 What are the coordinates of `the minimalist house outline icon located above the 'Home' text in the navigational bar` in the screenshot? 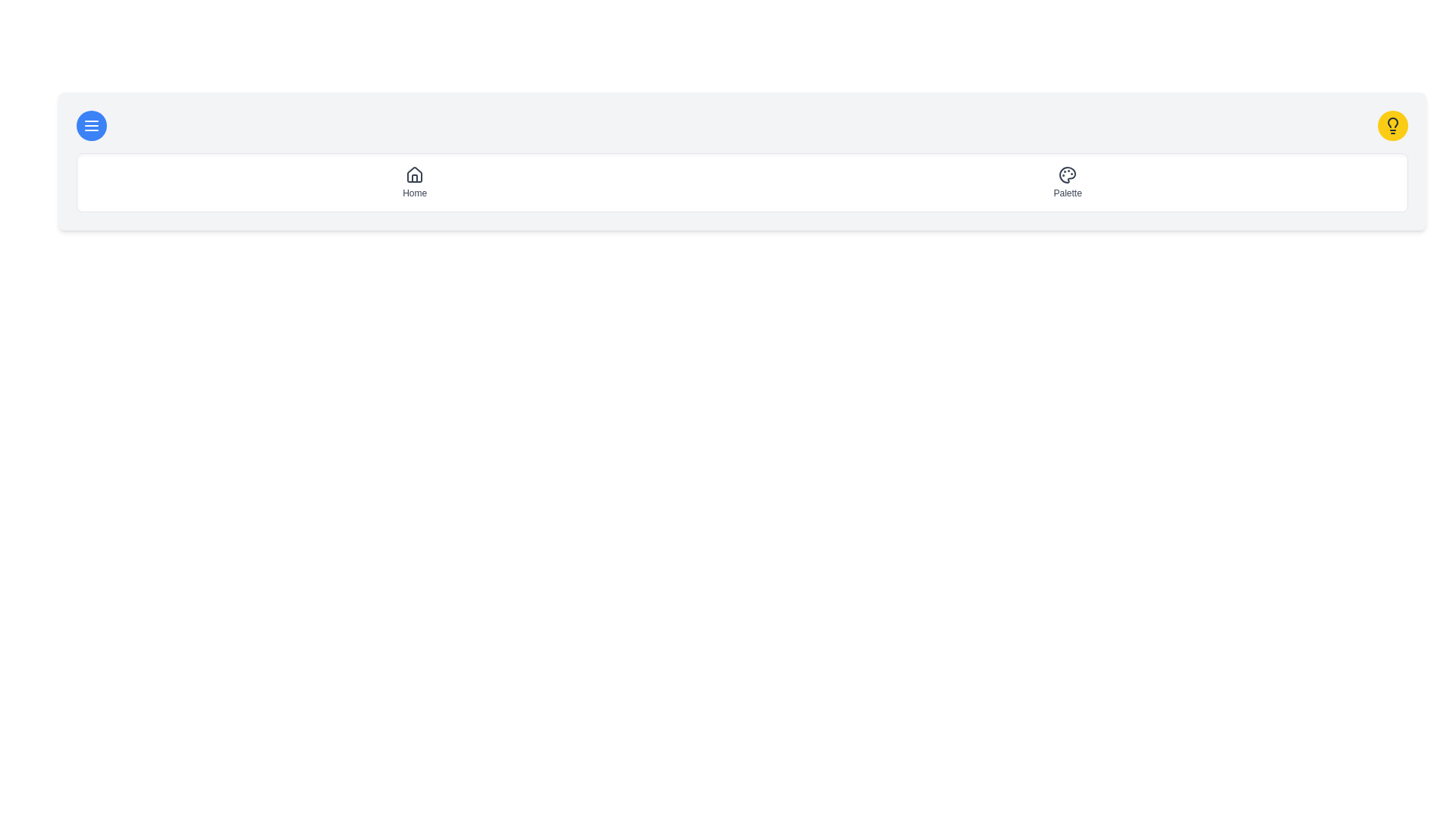 It's located at (415, 174).